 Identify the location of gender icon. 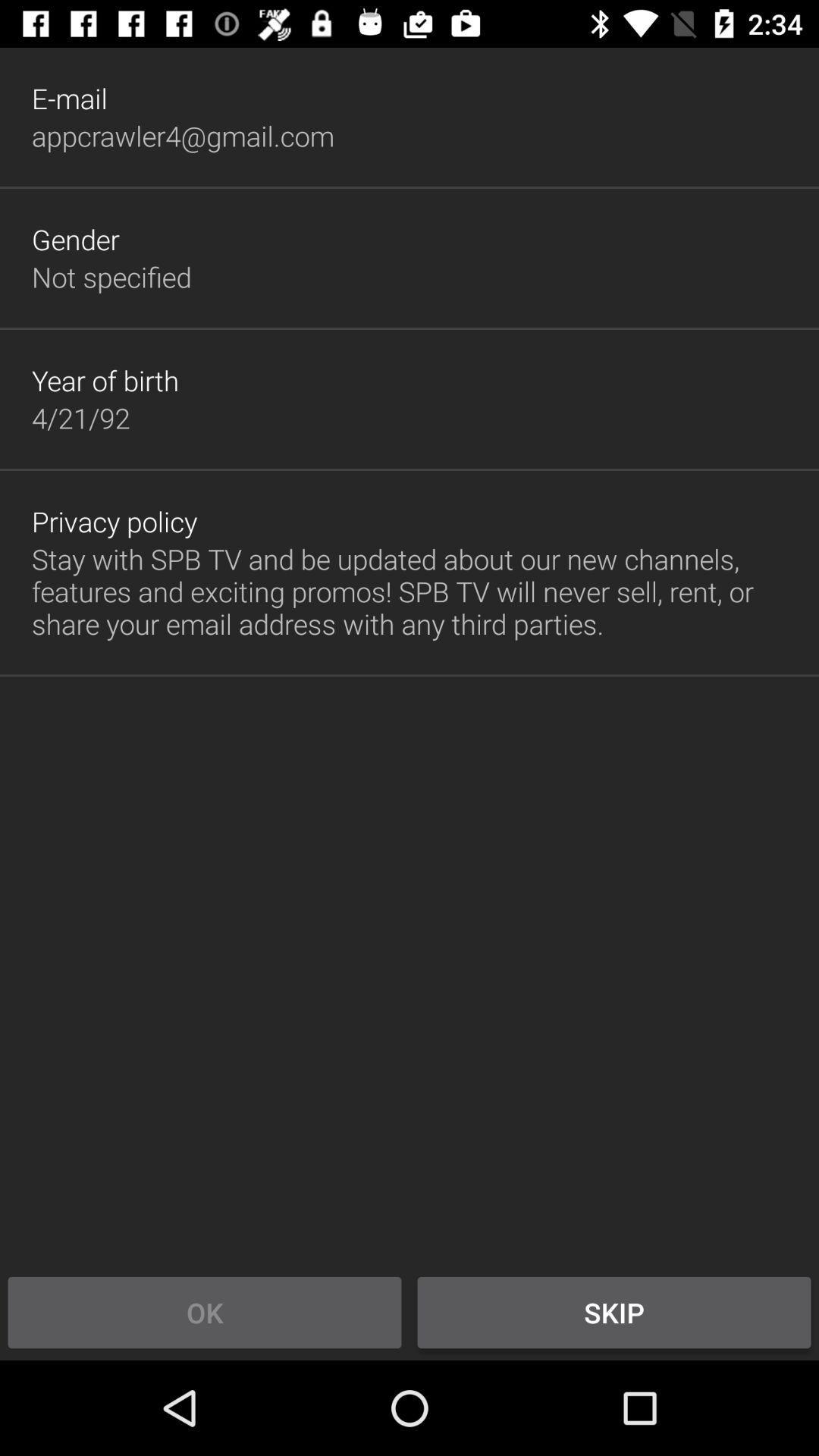
(75, 238).